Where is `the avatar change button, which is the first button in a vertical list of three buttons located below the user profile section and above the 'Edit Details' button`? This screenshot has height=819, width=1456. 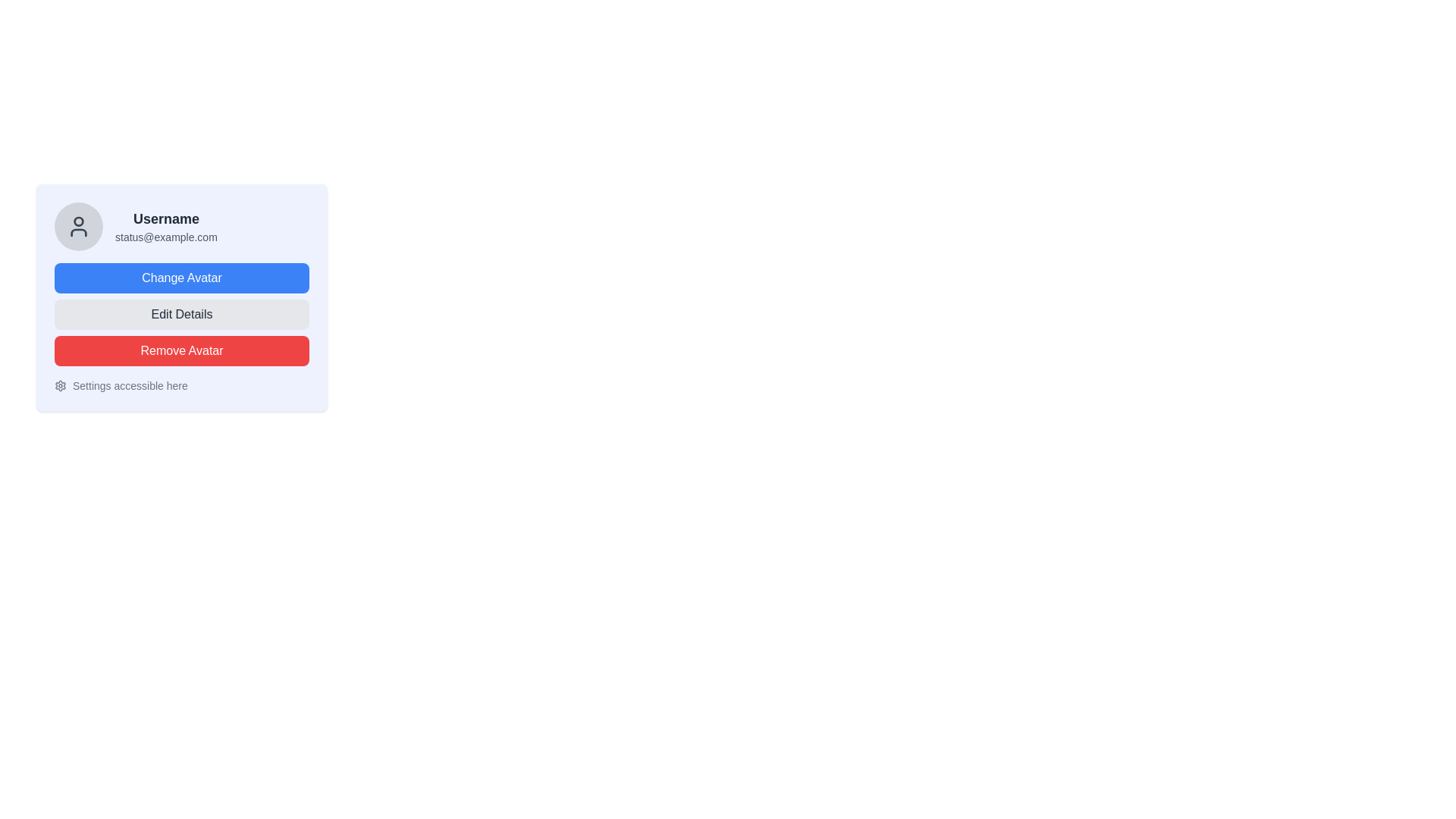 the avatar change button, which is the first button in a vertical list of three buttons located below the user profile section and above the 'Edit Details' button is located at coordinates (182, 278).